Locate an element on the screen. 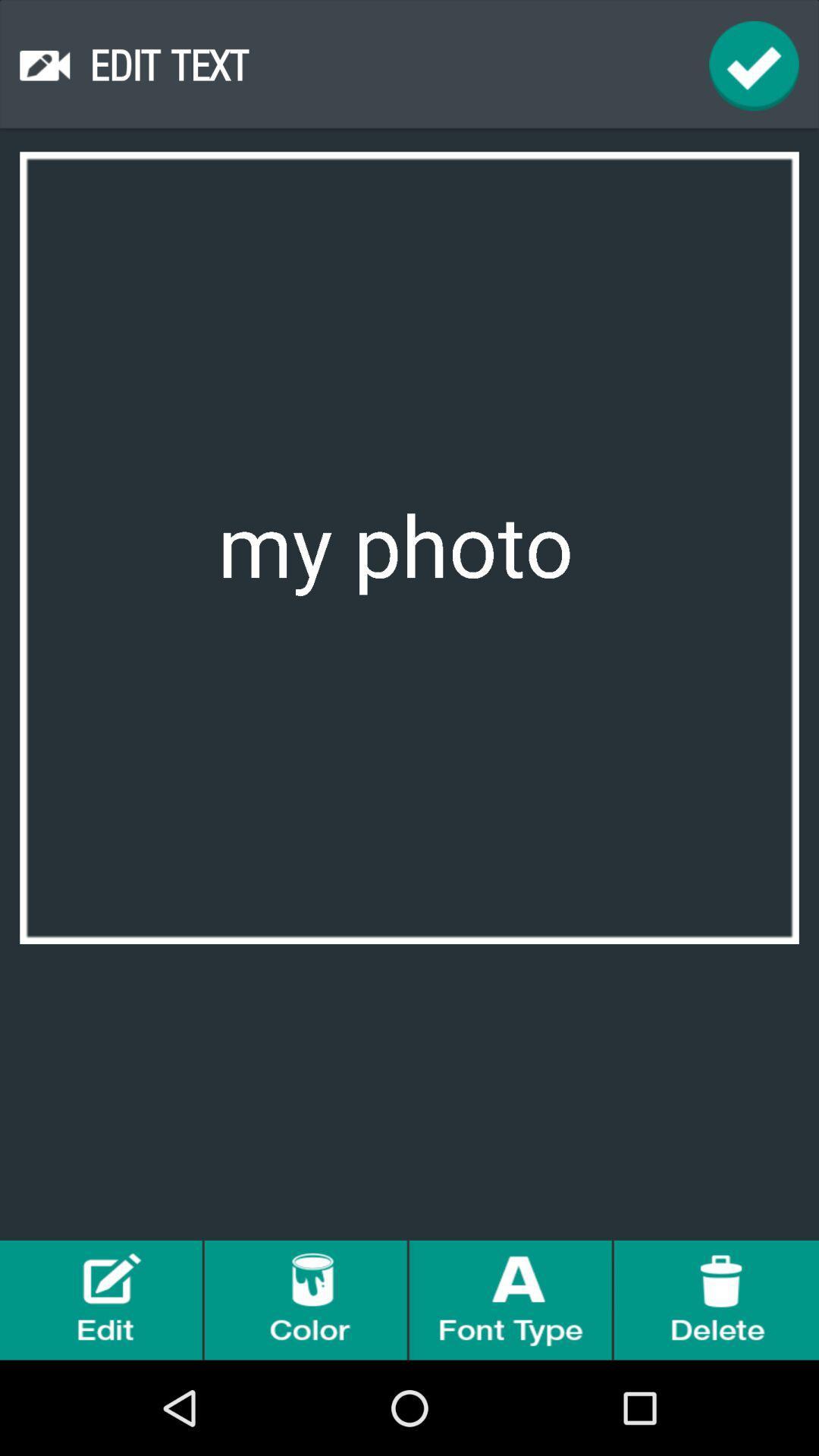  done buttom is located at coordinates (754, 64).